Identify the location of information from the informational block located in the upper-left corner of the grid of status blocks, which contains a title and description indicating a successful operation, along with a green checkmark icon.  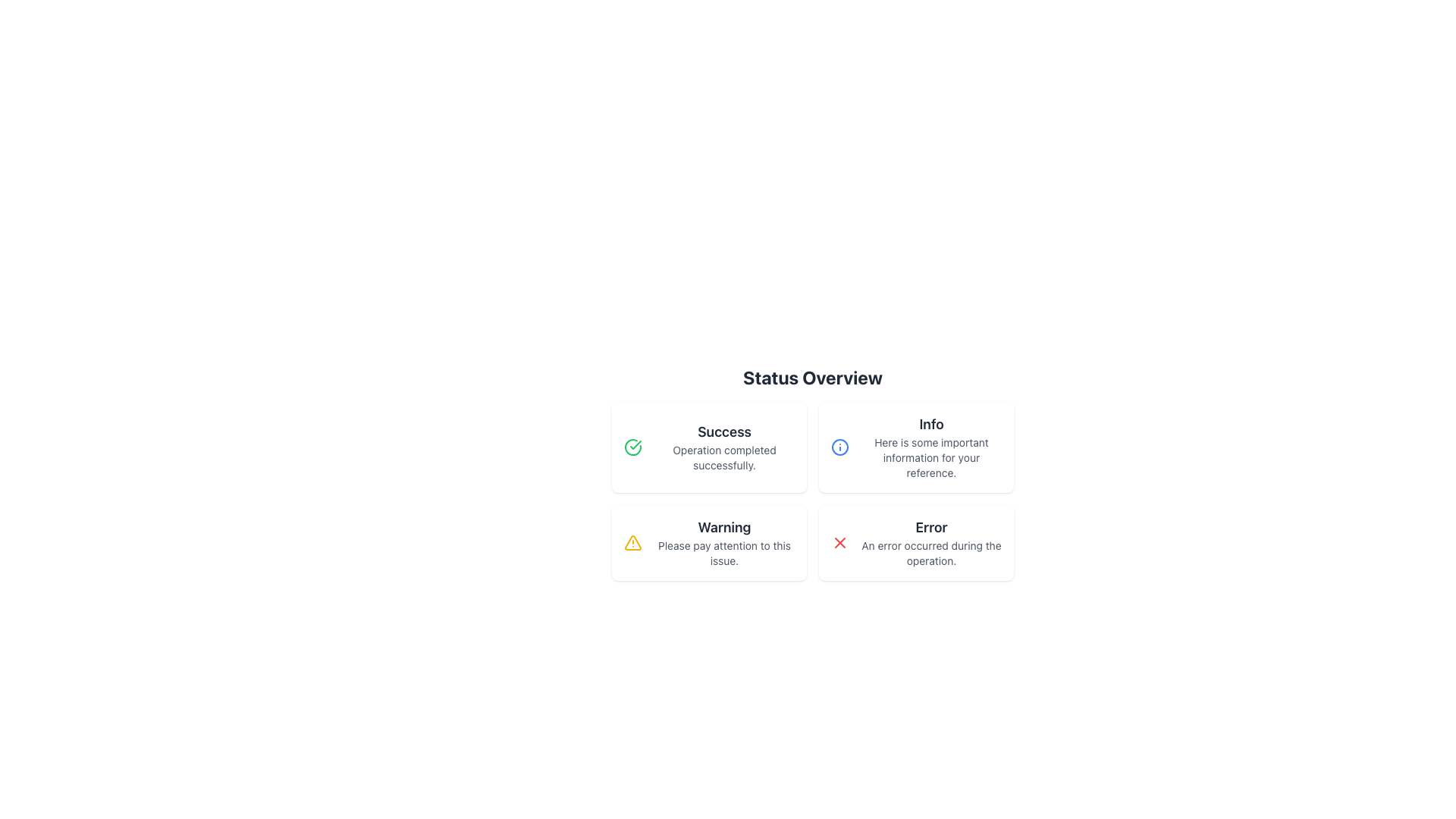
(723, 447).